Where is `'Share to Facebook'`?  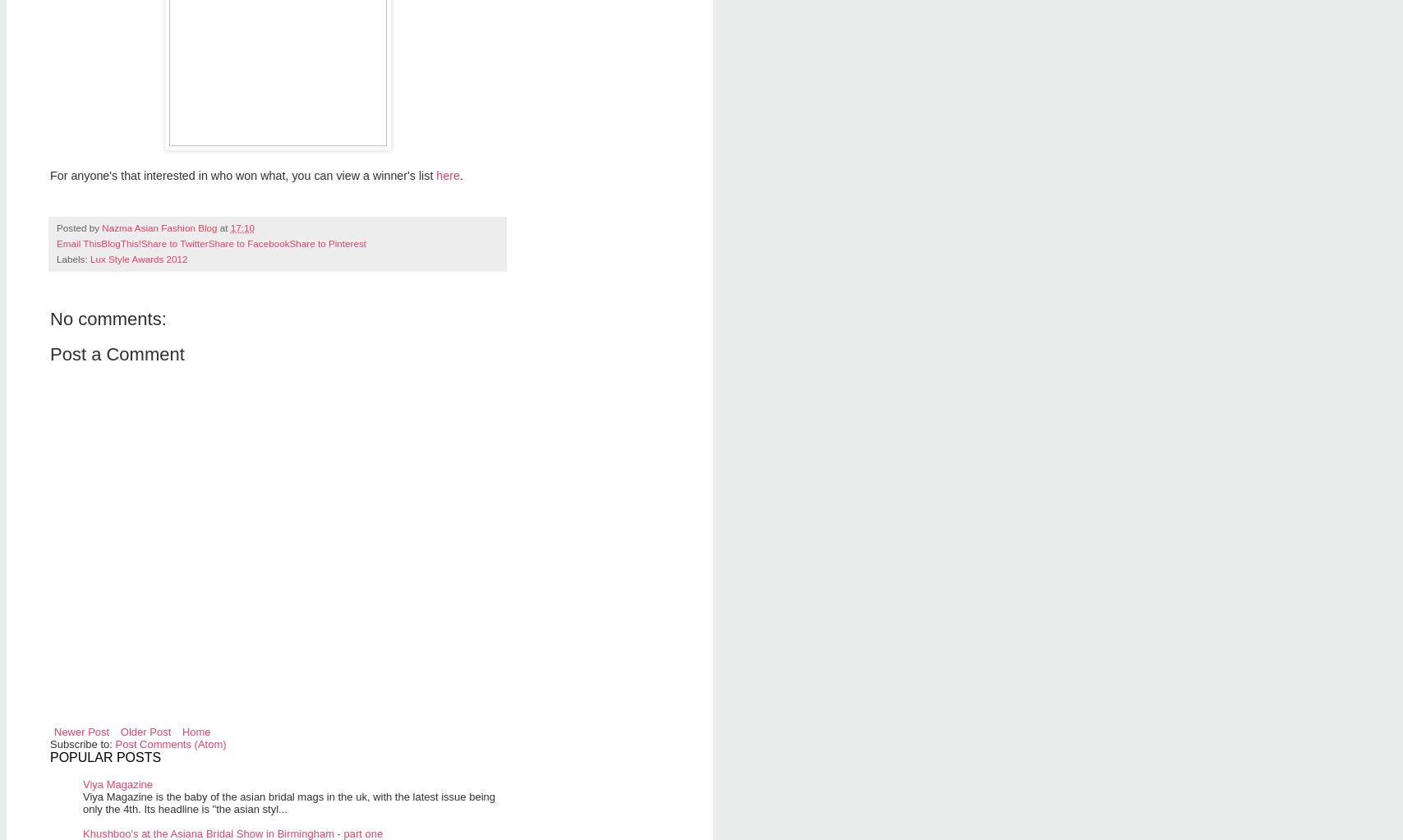
'Share to Facebook' is located at coordinates (248, 241).